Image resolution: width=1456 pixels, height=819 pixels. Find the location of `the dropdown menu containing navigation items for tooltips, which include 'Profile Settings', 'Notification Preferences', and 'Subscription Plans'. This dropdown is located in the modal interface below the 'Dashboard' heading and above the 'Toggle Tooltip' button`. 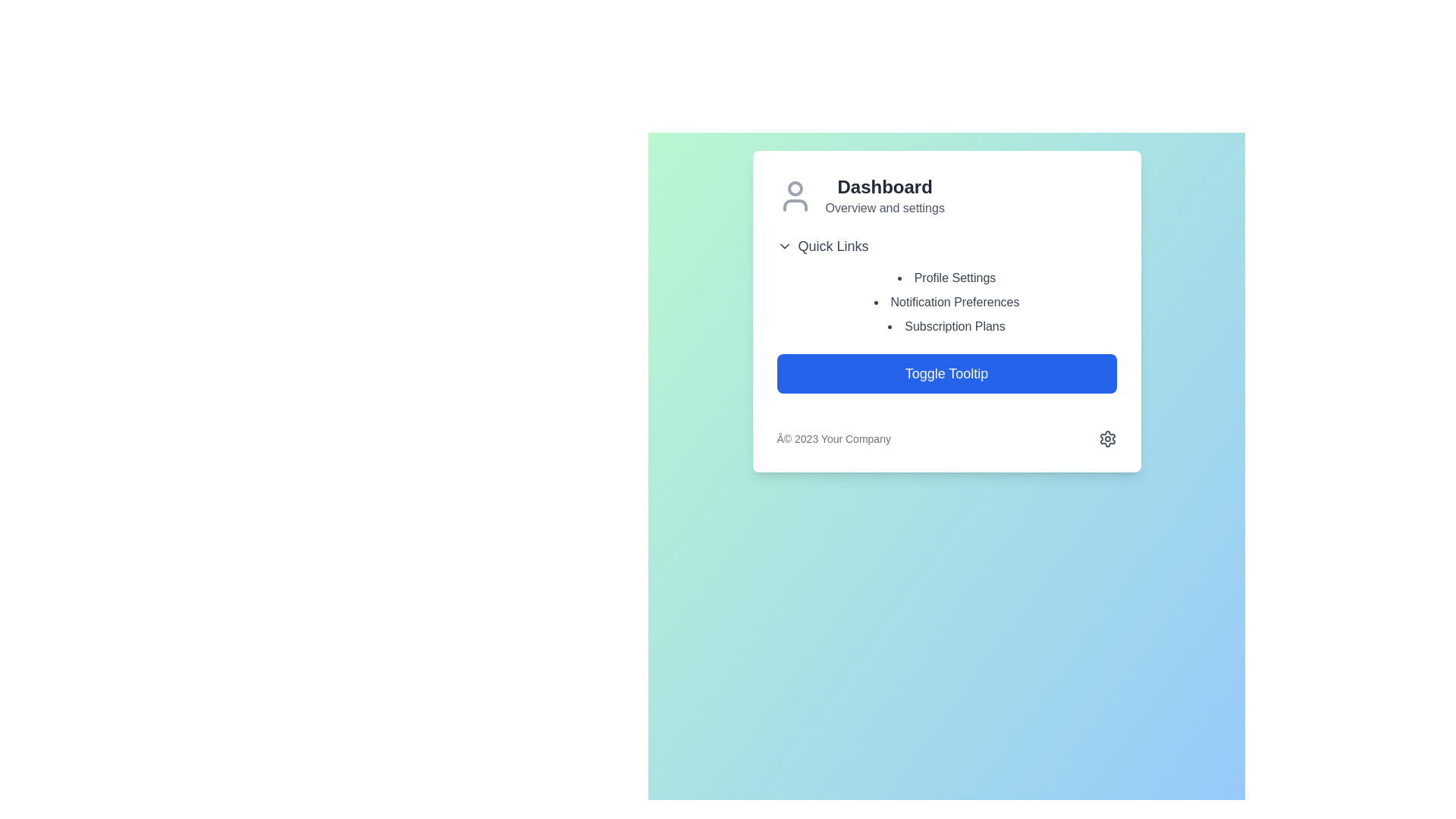

the dropdown menu containing navigation items for tooltips, which include 'Profile Settings', 'Notification Preferences', and 'Subscription Plans'. This dropdown is located in the modal interface below the 'Dashboard' heading and above the 'Toggle Tooltip' button is located at coordinates (946, 286).